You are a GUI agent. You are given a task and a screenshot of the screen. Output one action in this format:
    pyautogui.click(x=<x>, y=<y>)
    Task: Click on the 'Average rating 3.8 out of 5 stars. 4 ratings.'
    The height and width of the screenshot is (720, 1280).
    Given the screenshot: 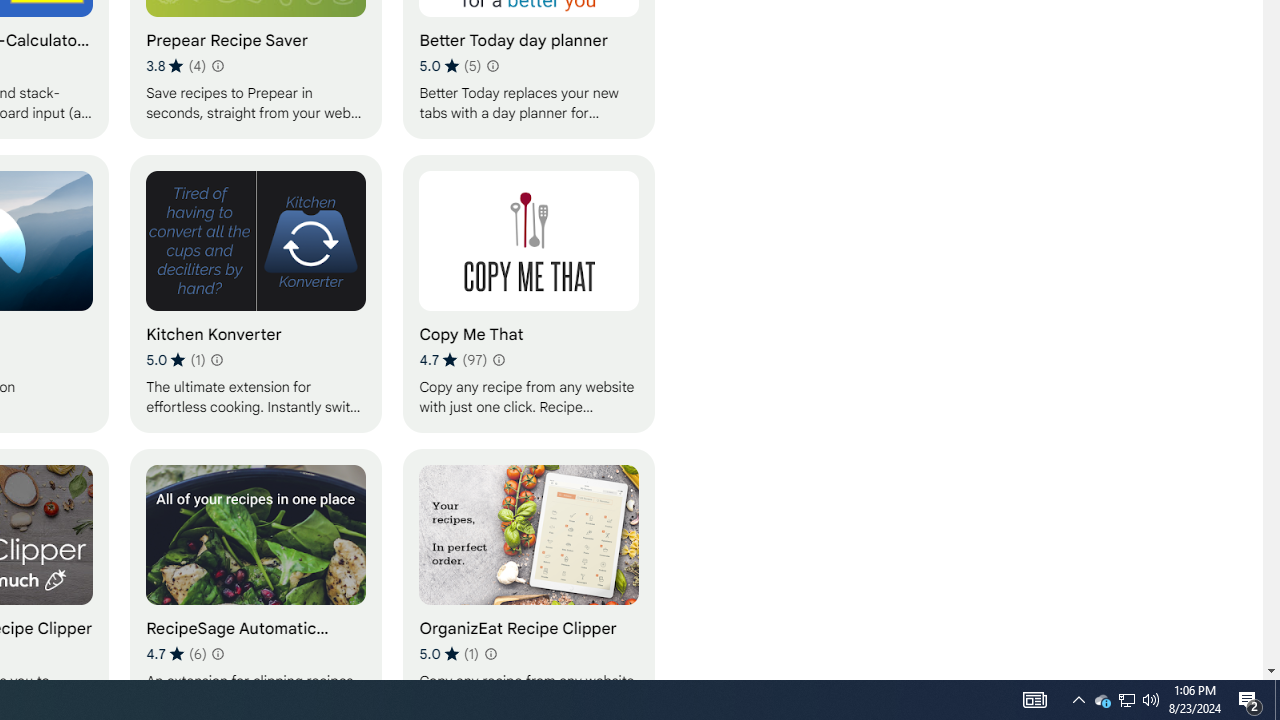 What is the action you would take?
    pyautogui.click(x=176, y=65)
    